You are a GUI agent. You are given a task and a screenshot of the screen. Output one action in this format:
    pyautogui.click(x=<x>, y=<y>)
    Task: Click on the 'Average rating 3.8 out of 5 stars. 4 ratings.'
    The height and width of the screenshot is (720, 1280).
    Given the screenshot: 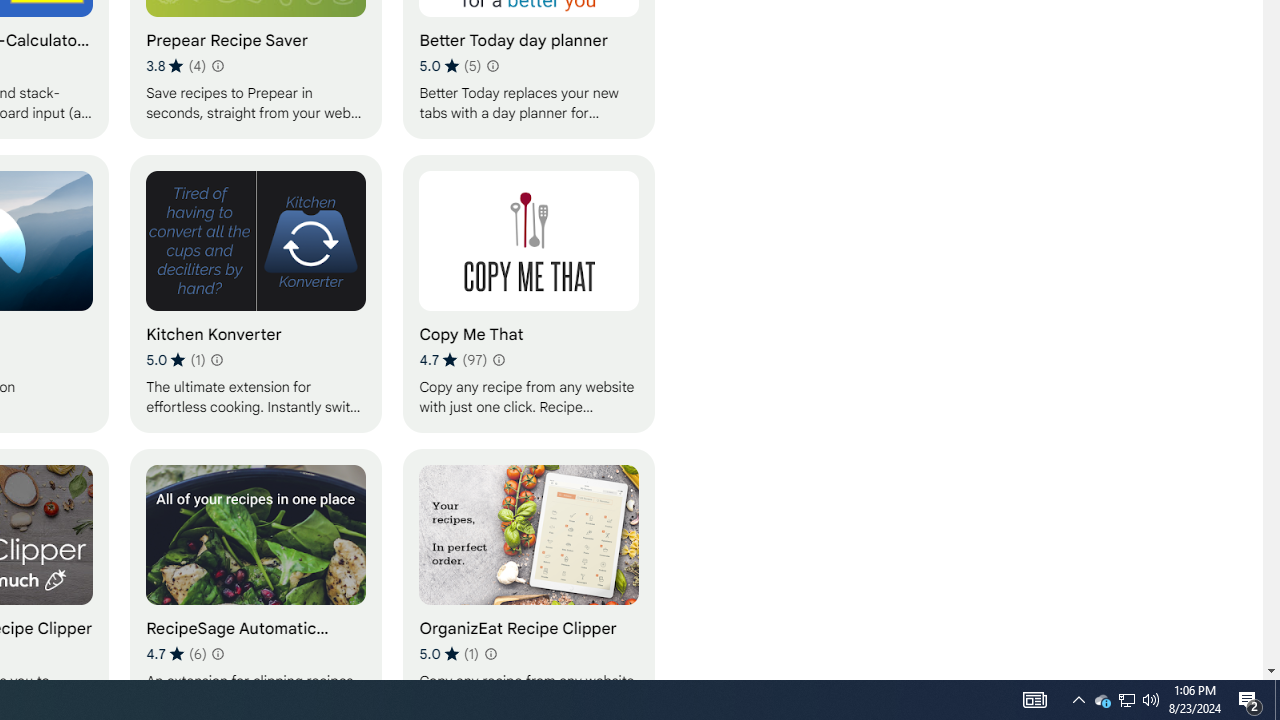 What is the action you would take?
    pyautogui.click(x=176, y=65)
    